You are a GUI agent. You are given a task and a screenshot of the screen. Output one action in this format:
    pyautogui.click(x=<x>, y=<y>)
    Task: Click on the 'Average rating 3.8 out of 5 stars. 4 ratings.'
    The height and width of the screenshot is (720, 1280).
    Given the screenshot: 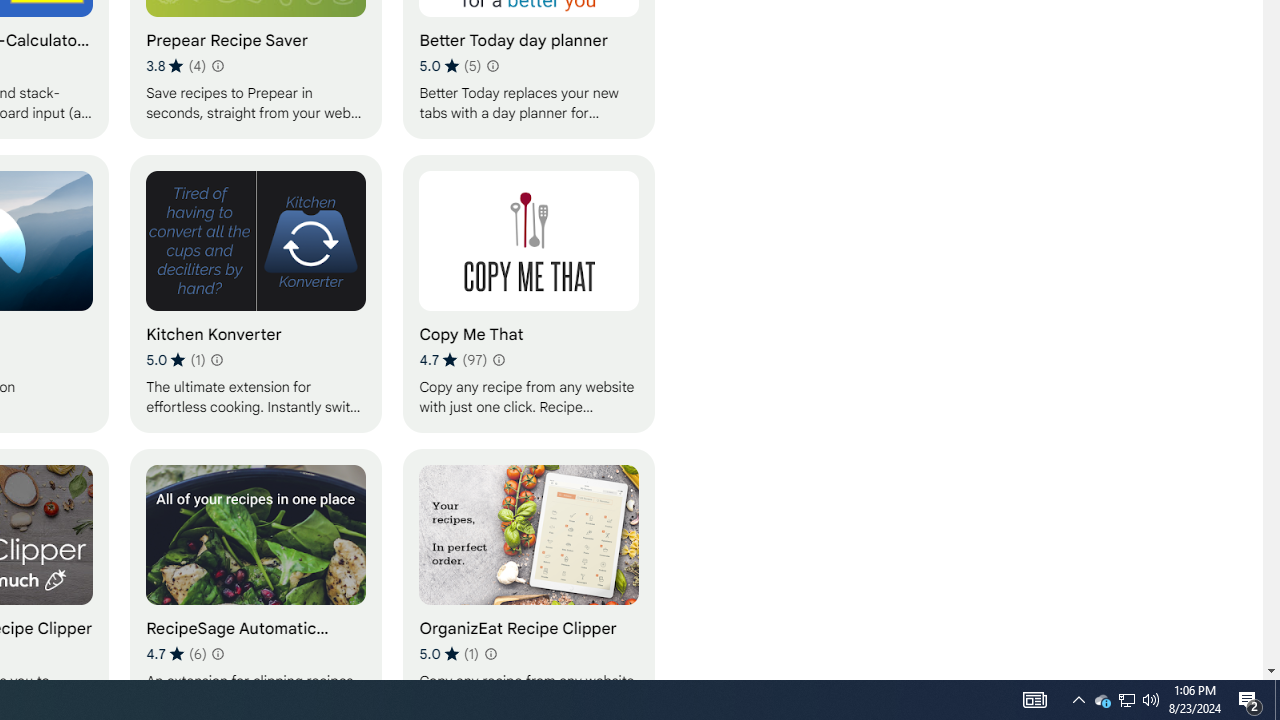 What is the action you would take?
    pyautogui.click(x=176, y=65)
    